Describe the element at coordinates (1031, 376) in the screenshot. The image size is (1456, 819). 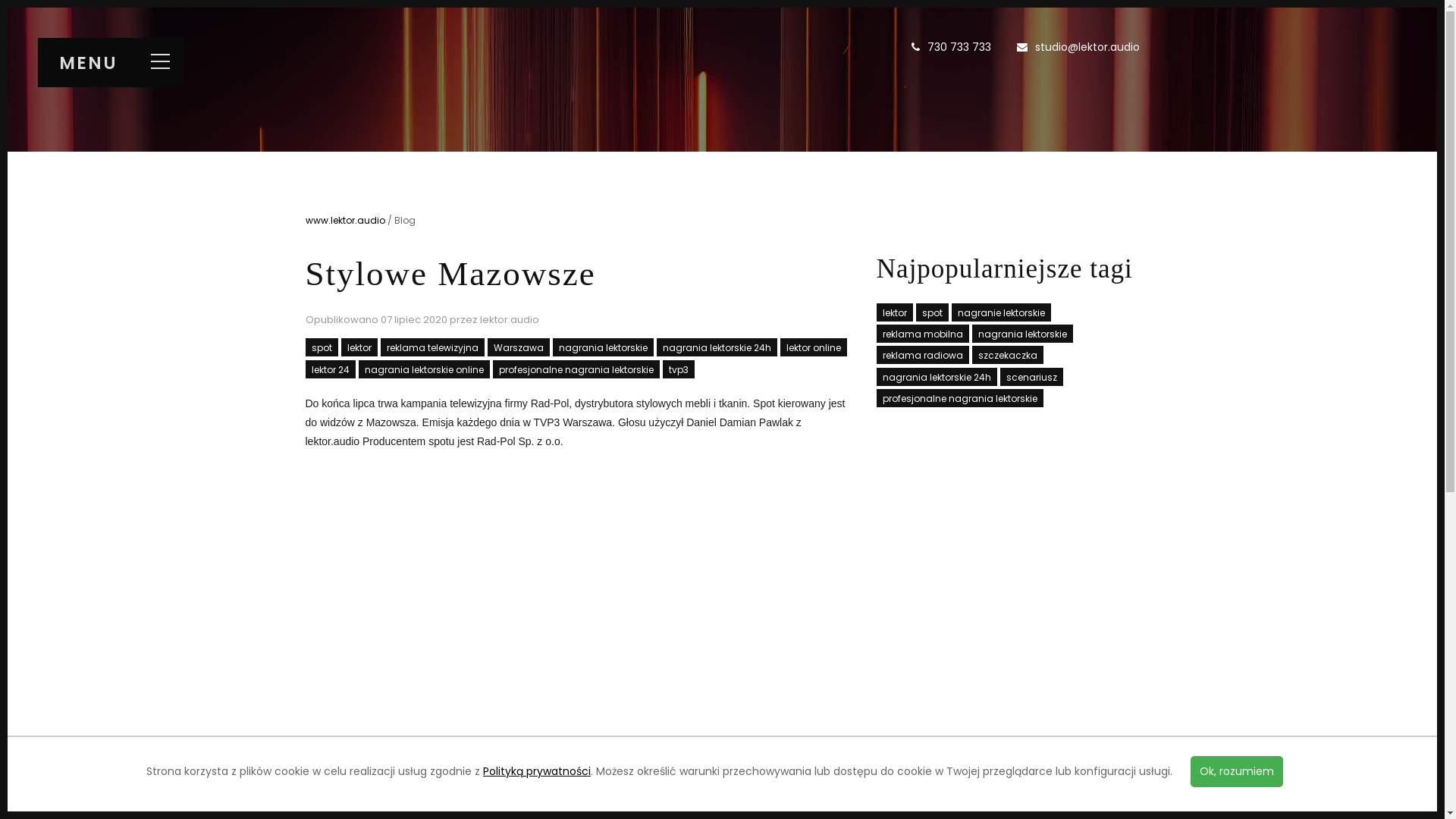
I see `'scenariusz'` at that location.